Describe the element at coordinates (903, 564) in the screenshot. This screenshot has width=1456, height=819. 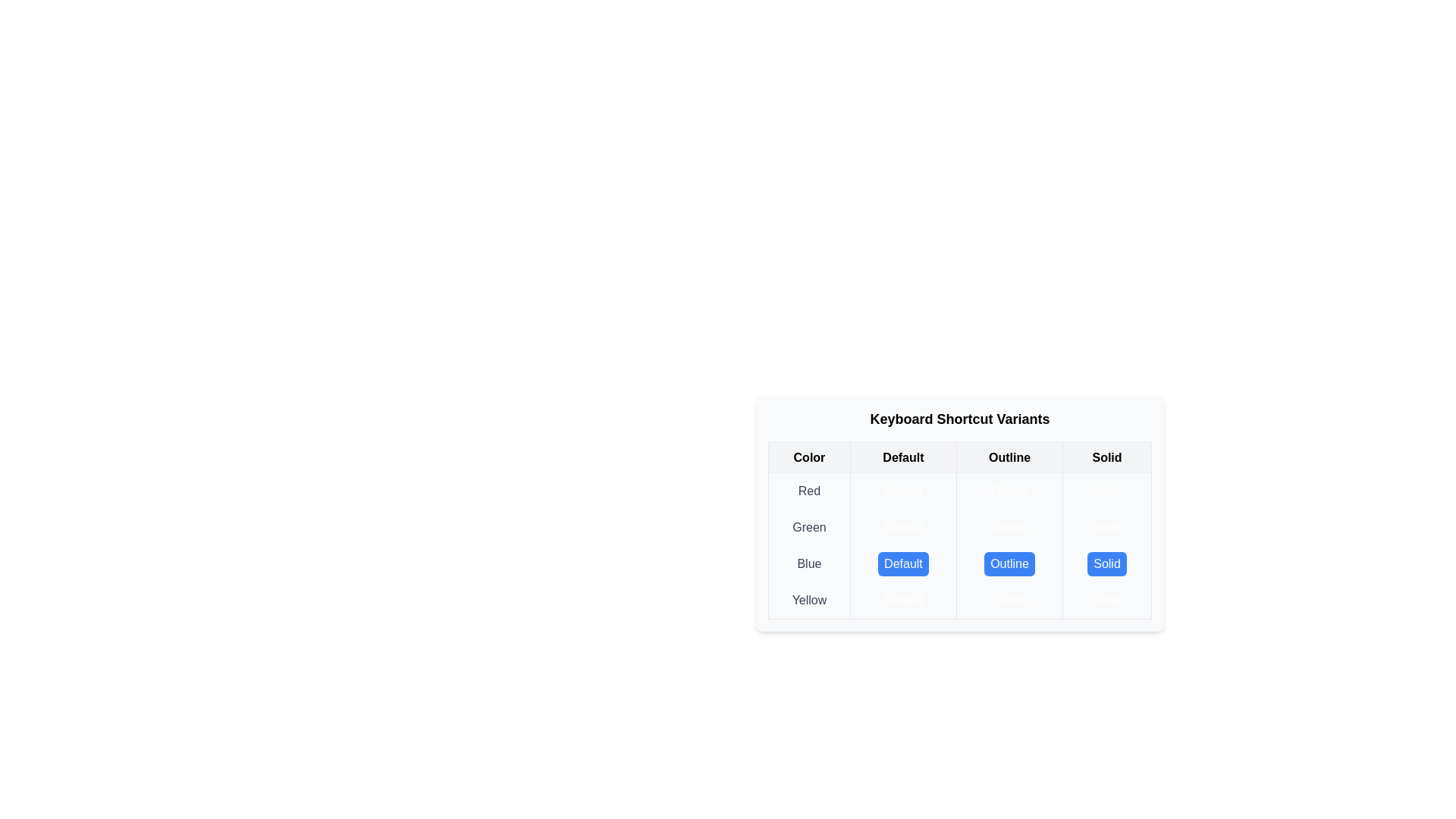
I see `the rectangular button with a blue background and white text reading 'Default' in the row labeled 'Blue'` at that location.